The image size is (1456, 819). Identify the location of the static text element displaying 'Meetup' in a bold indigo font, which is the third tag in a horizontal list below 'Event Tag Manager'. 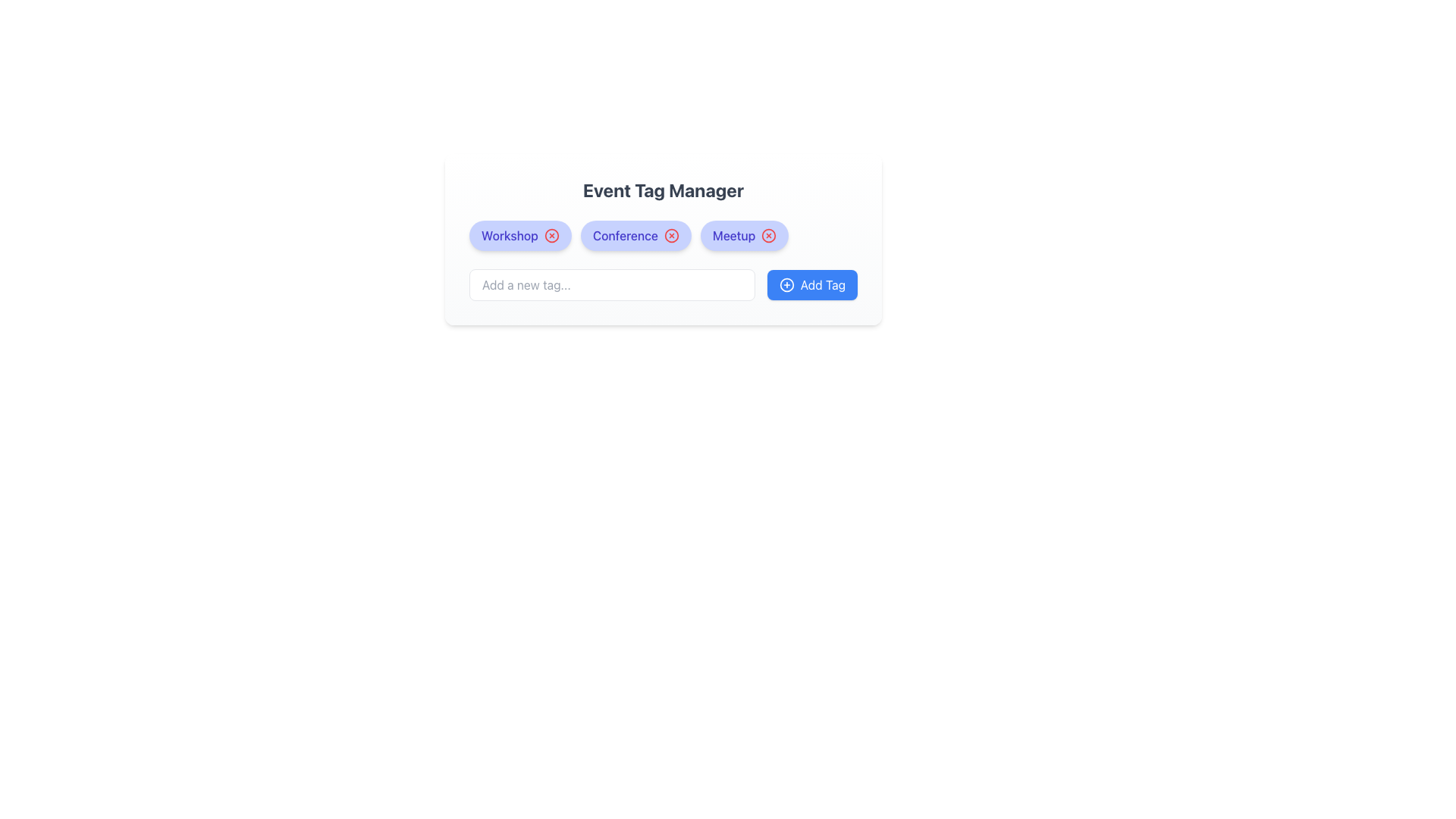
(734, 236).